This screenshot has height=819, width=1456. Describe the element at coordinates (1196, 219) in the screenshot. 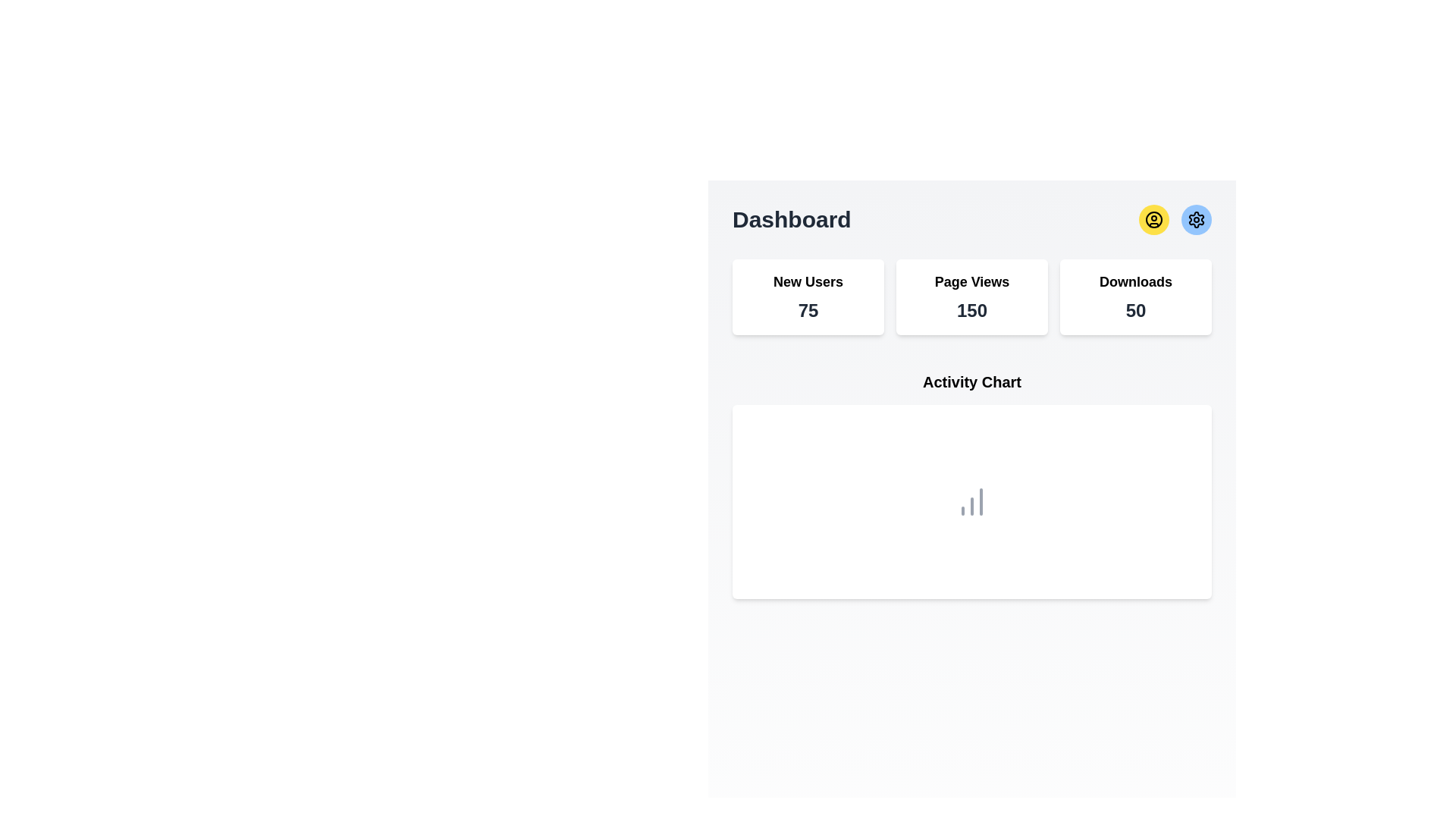

I see `the circular settings button located in the top-right corner of the interface to change its appearance` at that location.